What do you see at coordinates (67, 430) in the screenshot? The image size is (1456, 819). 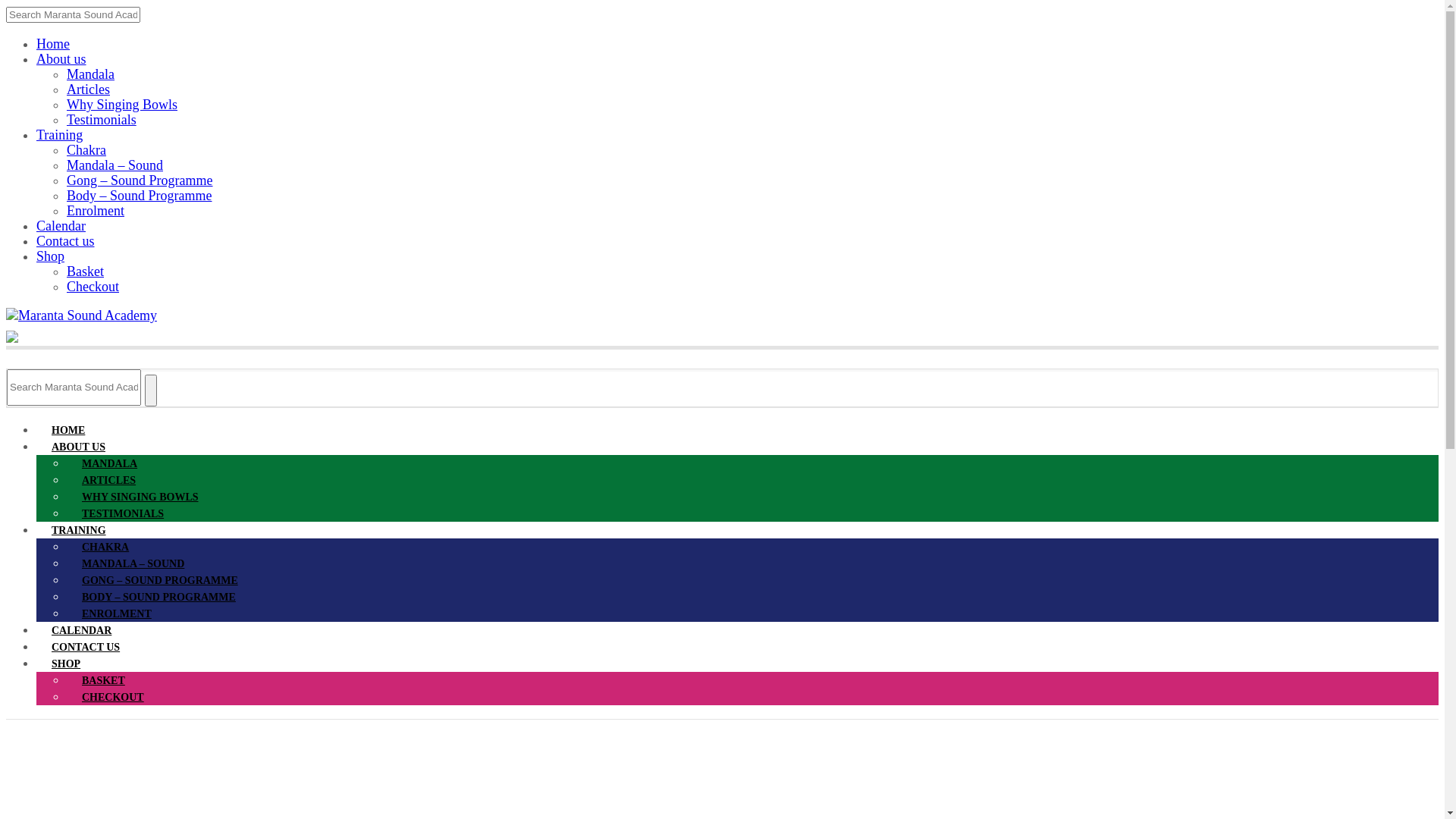 I see `'HOME'` at bounding box center [67, 430].